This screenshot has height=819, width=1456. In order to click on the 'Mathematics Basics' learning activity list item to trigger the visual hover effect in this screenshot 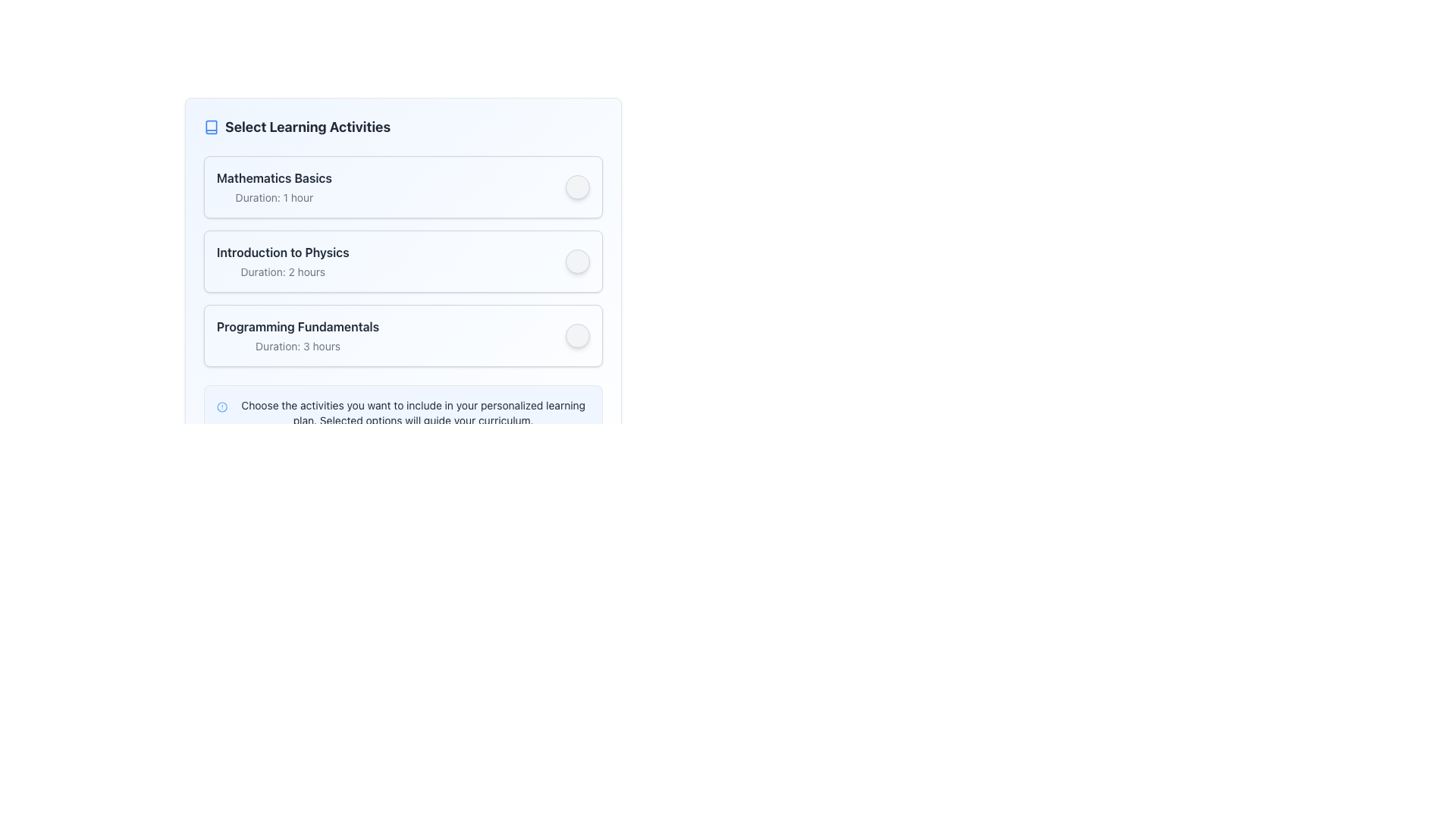, I will do `click(403, 186)`.